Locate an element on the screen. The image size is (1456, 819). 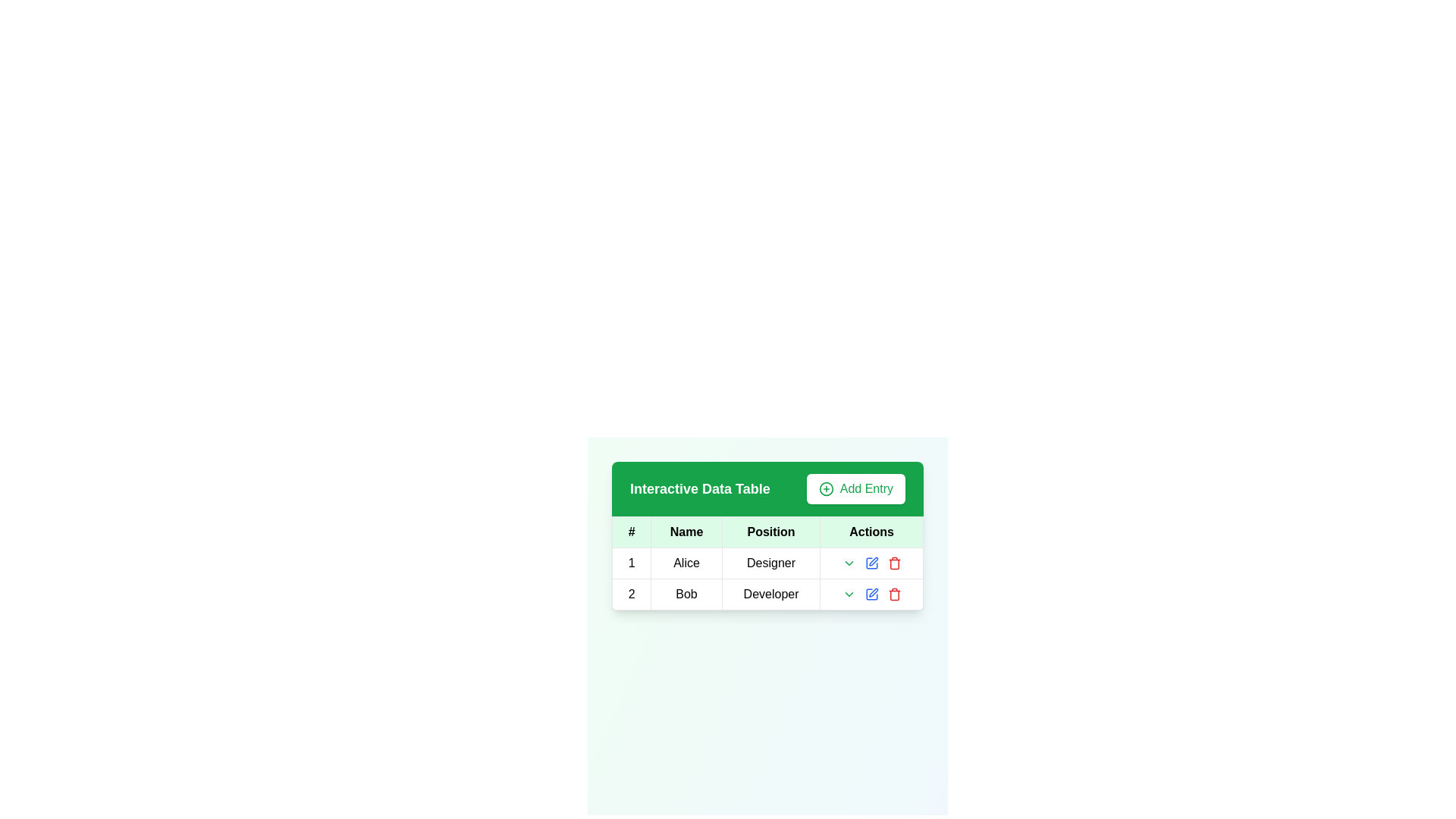
the 'Add Entry' button with a white background, green text, and a plus icon is located at coordinates (855, 488).